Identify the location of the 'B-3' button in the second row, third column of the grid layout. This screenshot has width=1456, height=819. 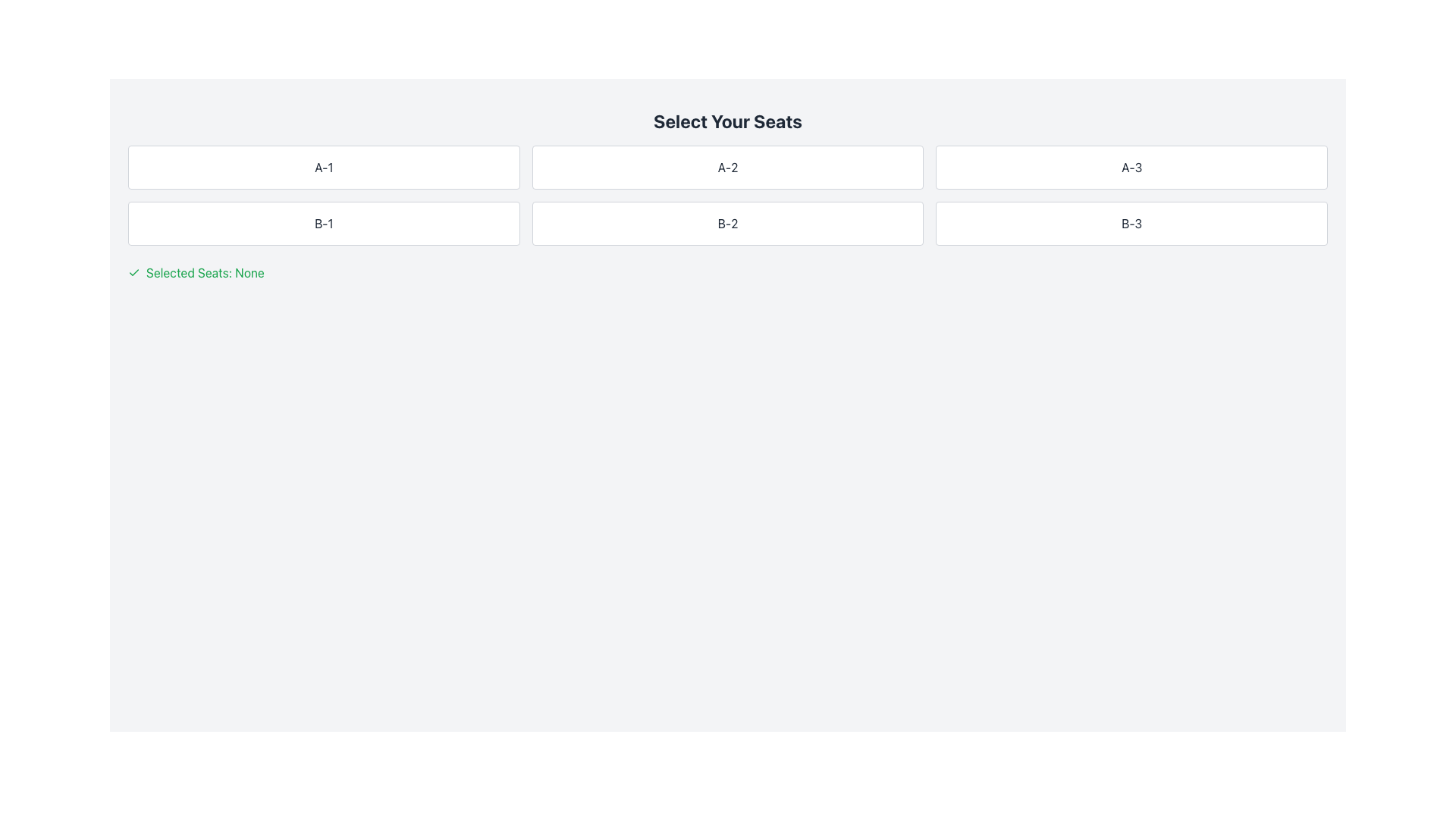
(1131, 223).